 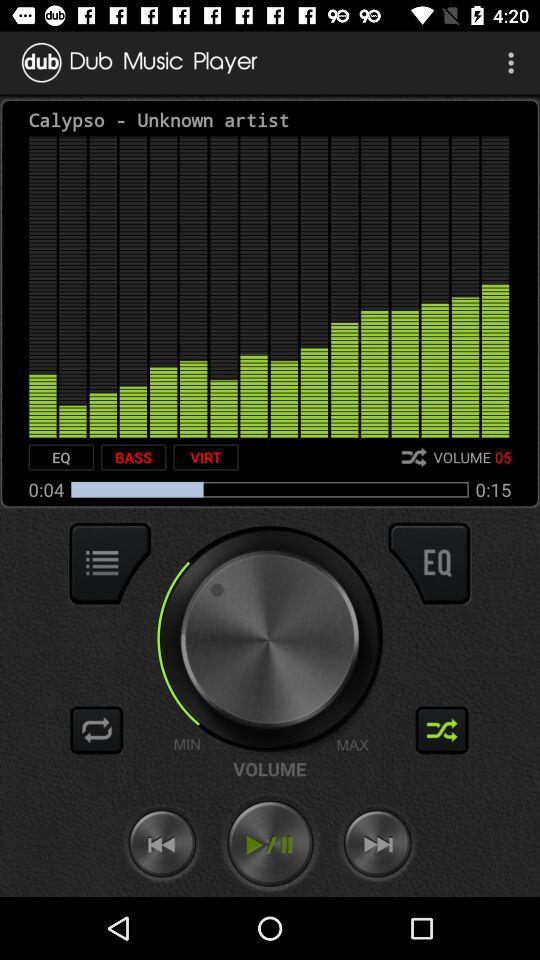 I want to click on play or pause option, so click(x=270, y=843).